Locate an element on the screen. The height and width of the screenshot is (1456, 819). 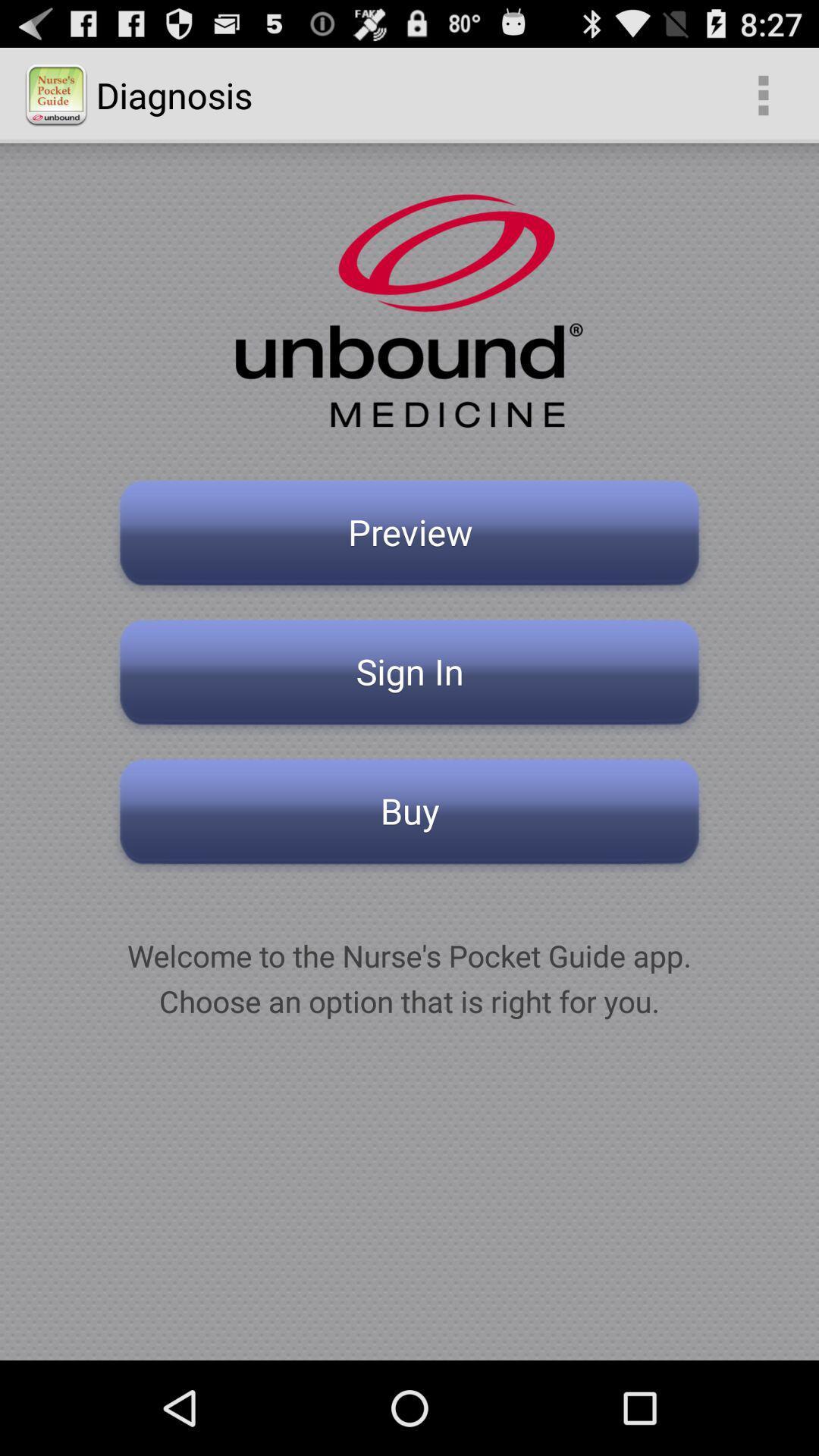
item above buy button is located at coordinates (409, 676).